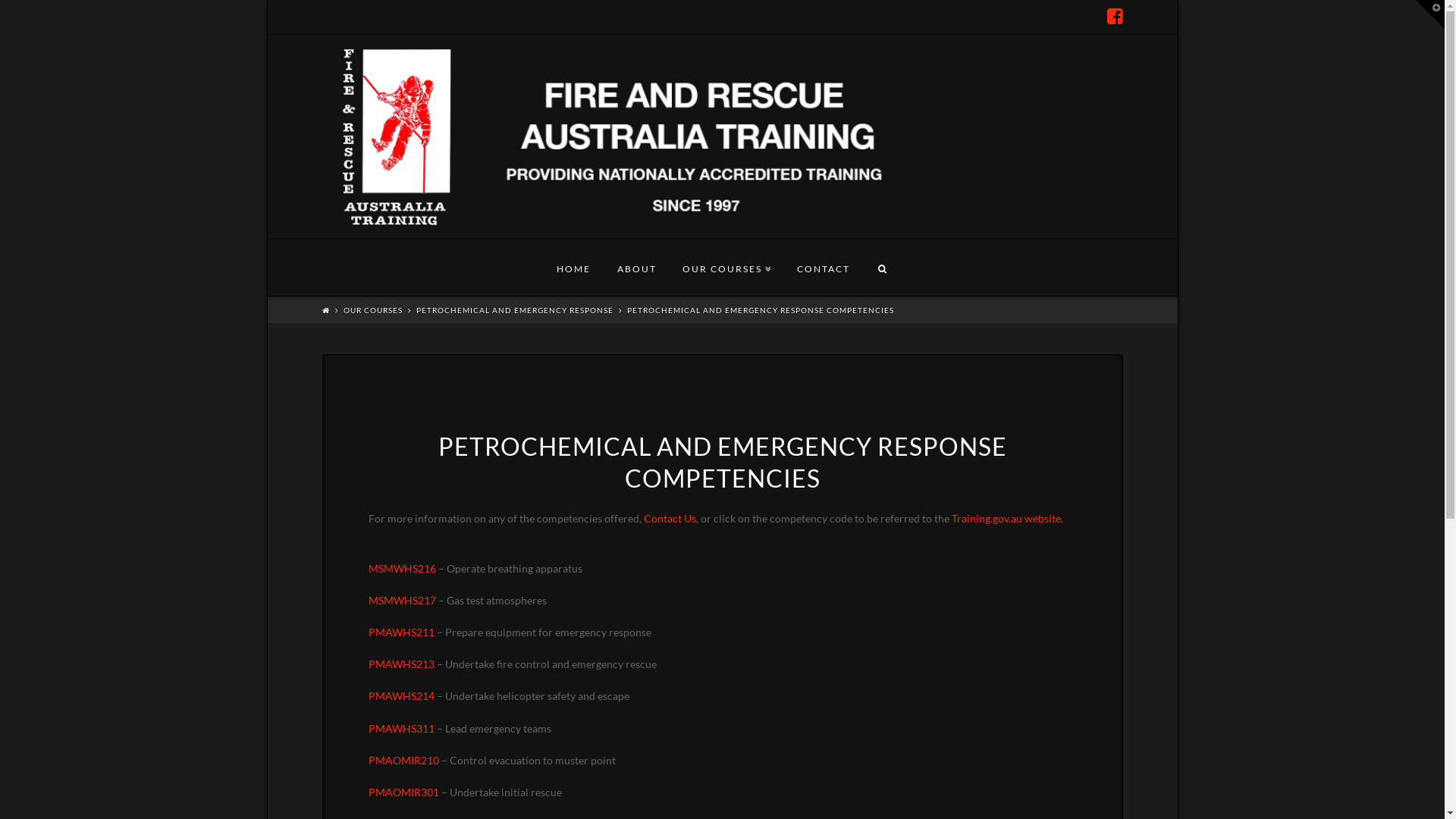 The width and height of the screenshot is (1456, 819). I want to click on 'CONTACT', so click(822, 266).